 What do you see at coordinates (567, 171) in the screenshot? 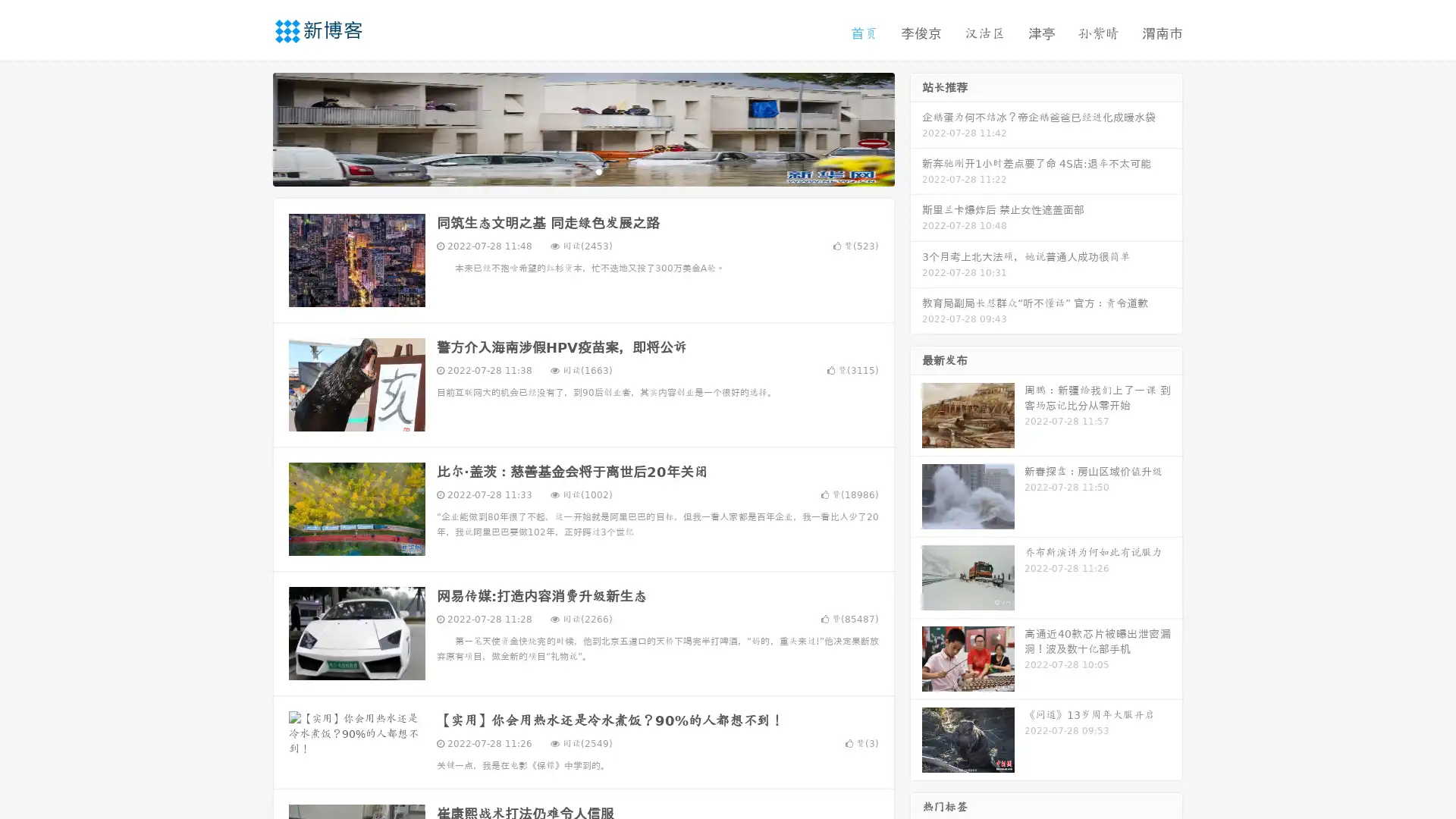
I see `Go to slide 1` at bounding box center [567, 171].